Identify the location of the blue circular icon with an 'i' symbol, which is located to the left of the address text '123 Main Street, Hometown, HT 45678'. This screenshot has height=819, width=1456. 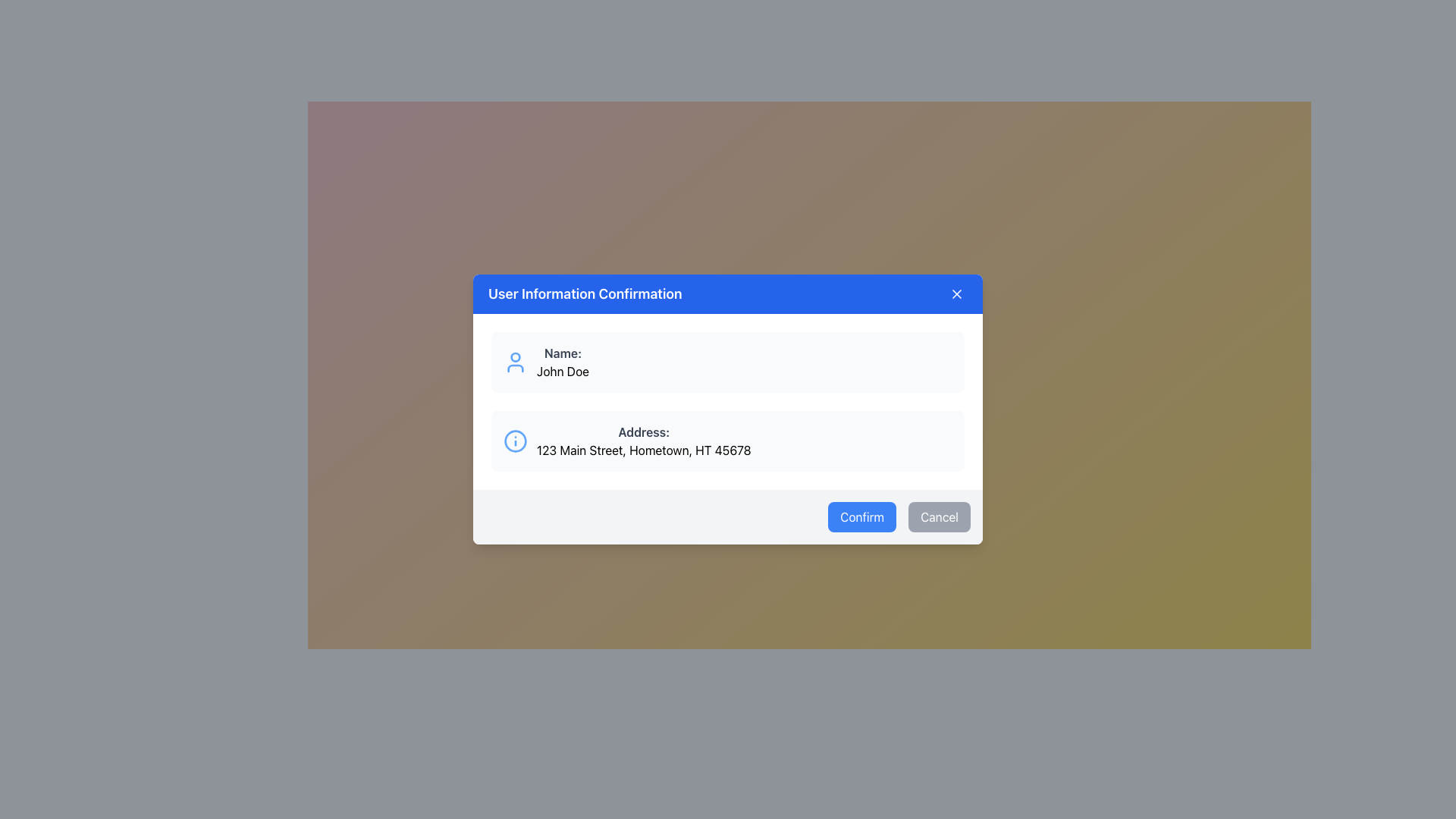
(516, 441).